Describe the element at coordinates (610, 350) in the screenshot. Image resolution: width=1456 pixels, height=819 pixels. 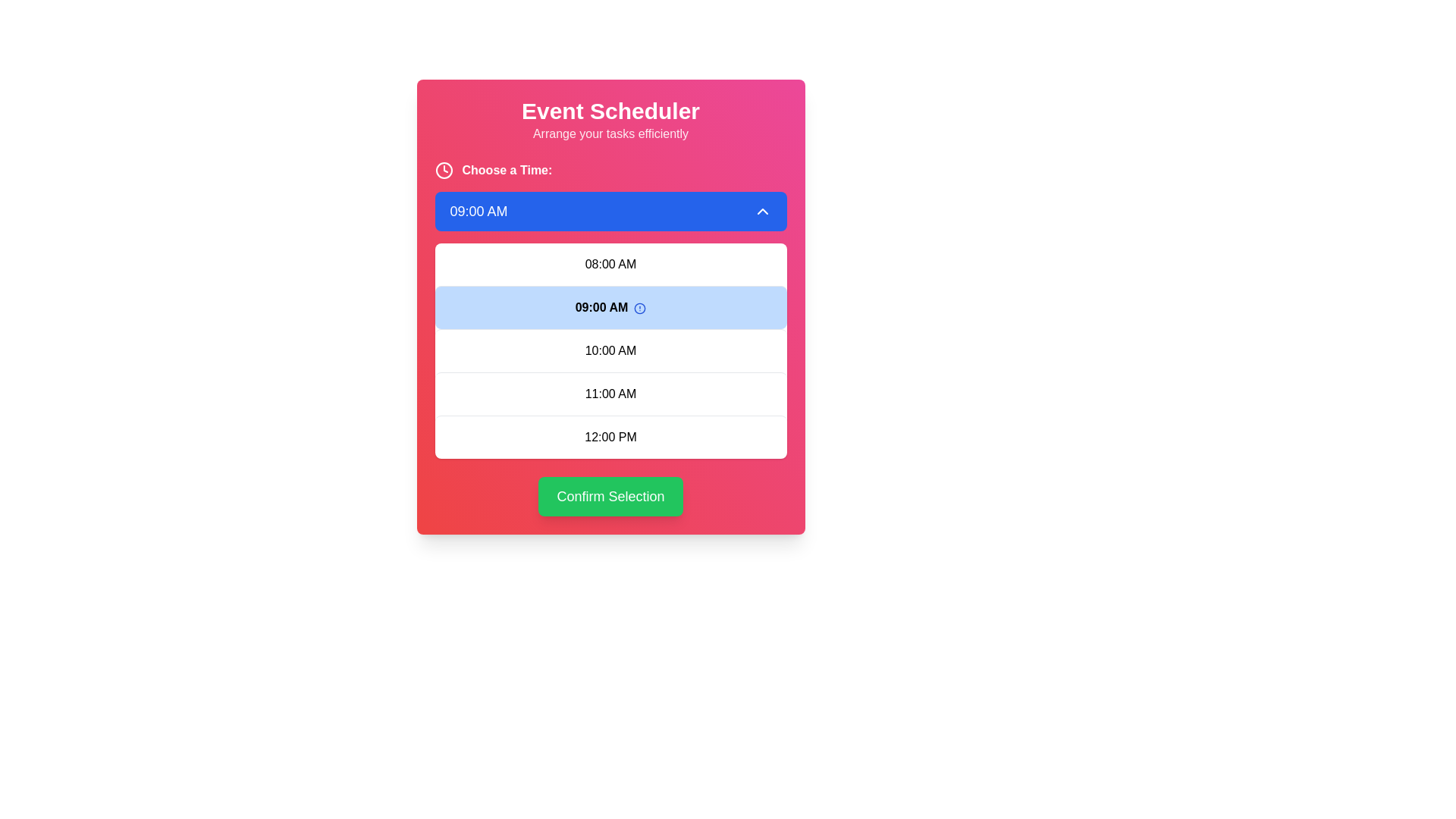
I see `the text item displaying '10:00 AM' in the vertically stacked list of time slots` at that location.